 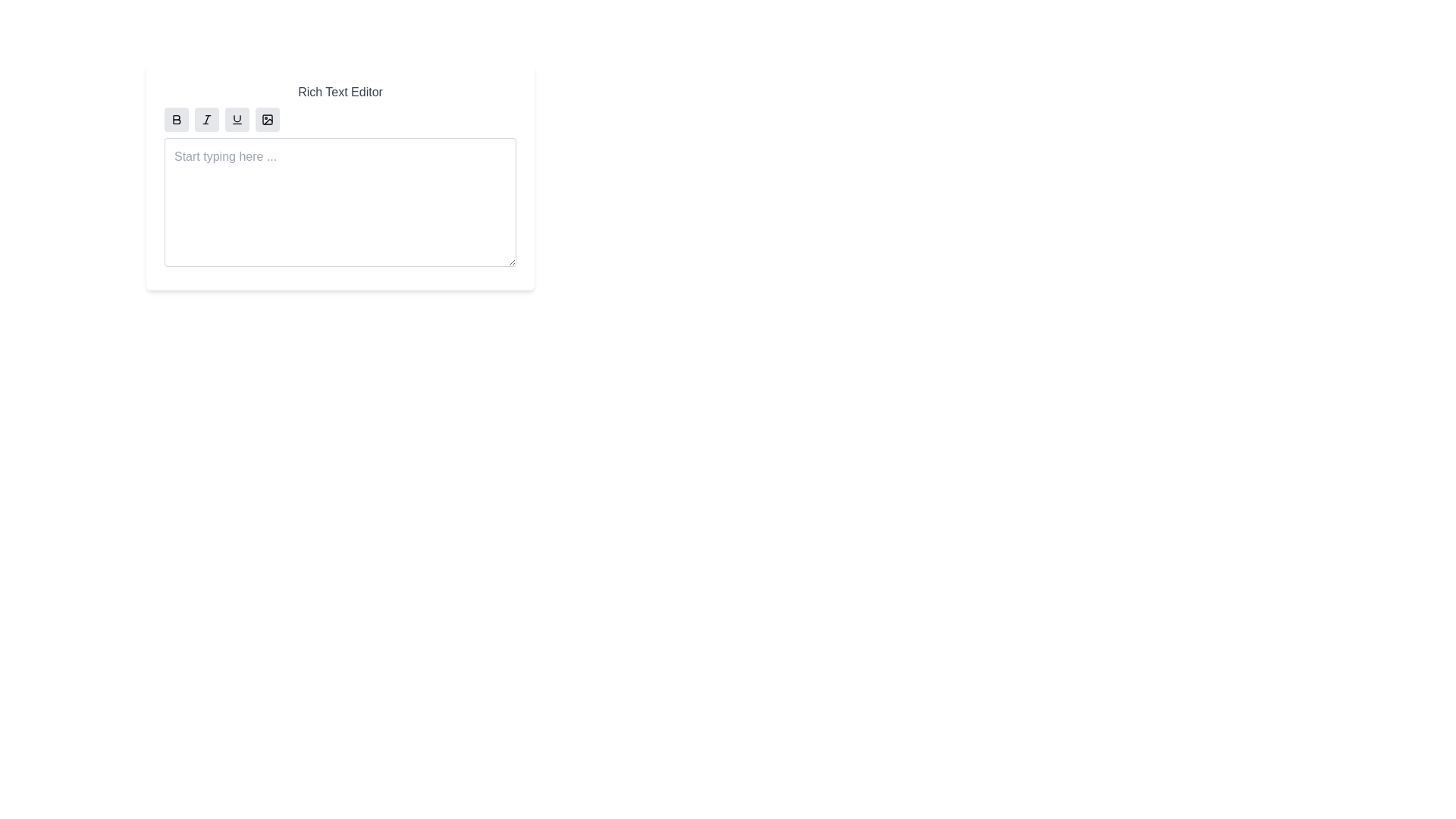 What do you see at coordinates (206, 119) in the screenshot?
I see `the button with a gray background and an italicized 'I' icon located in the formatting toolbar above the text editor` at bounding box center [206, 119].